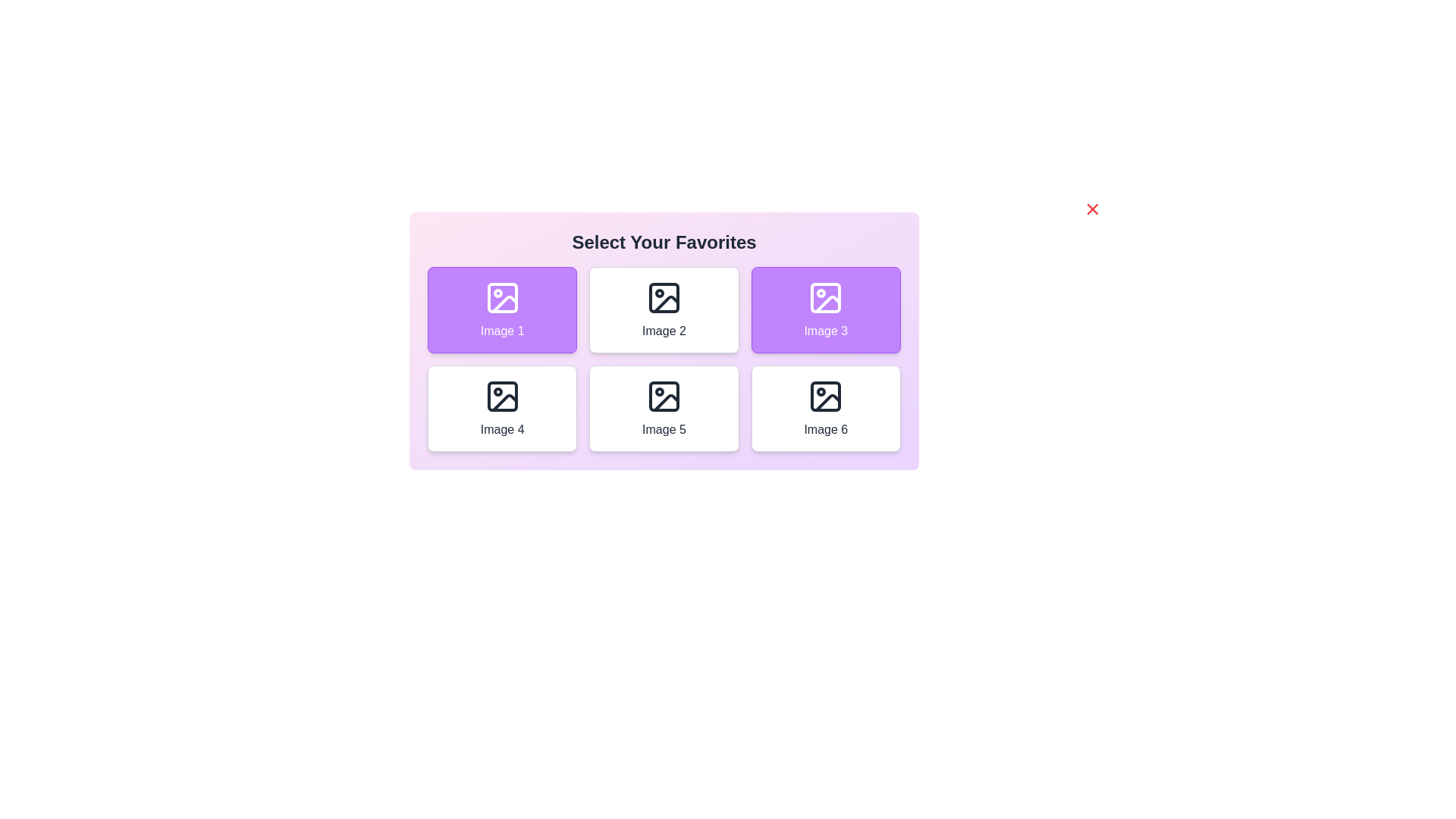 The height and width of the screenshot is (819, 1456). What do you see at coordinates (502, 408) in the screenshot?
I see `the image labeled Image 4 to toggle its selection state` at bounding box center [502, 408].